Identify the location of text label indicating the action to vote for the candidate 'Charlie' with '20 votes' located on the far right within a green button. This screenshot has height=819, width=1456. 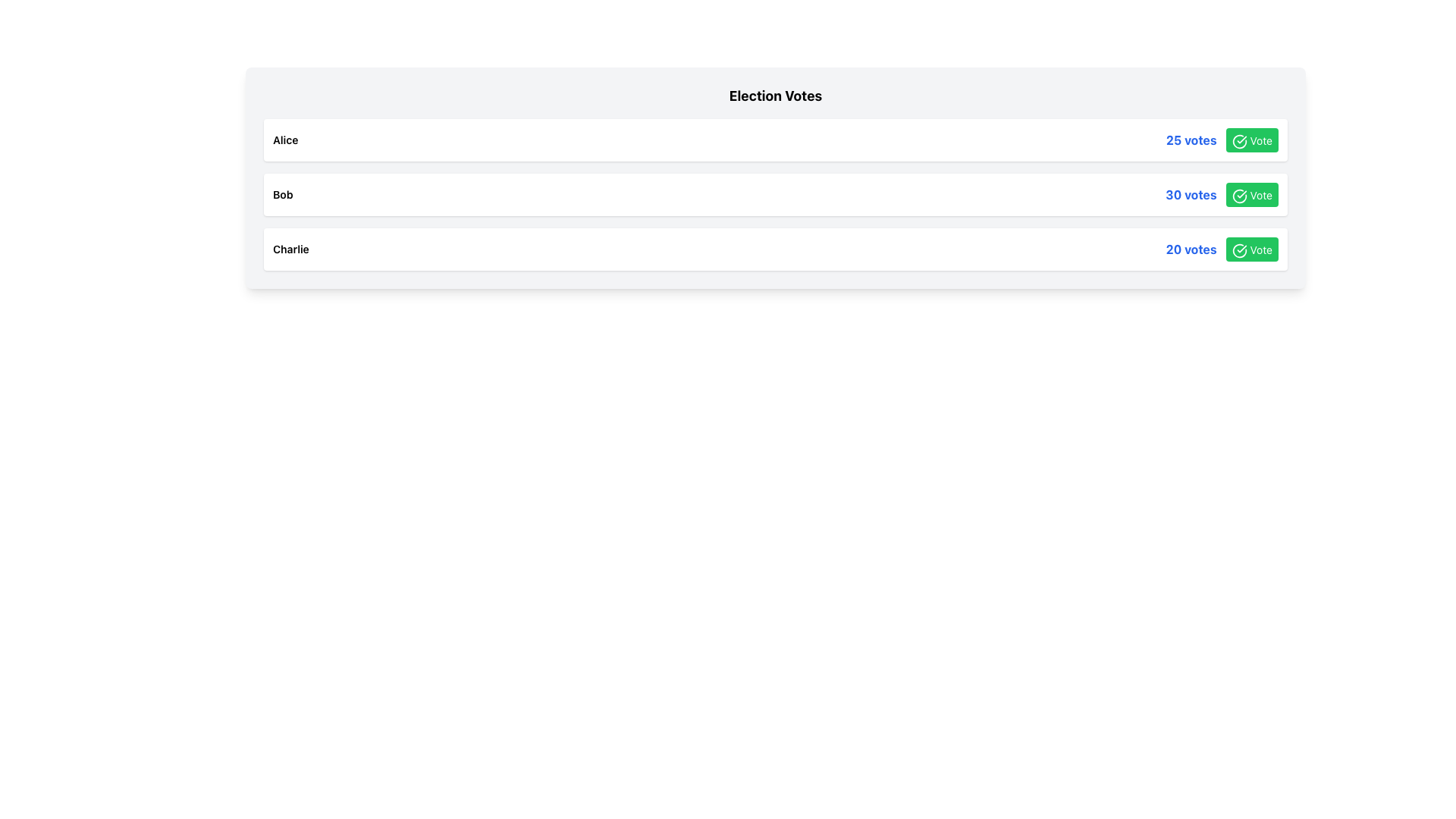
(1261, 249).